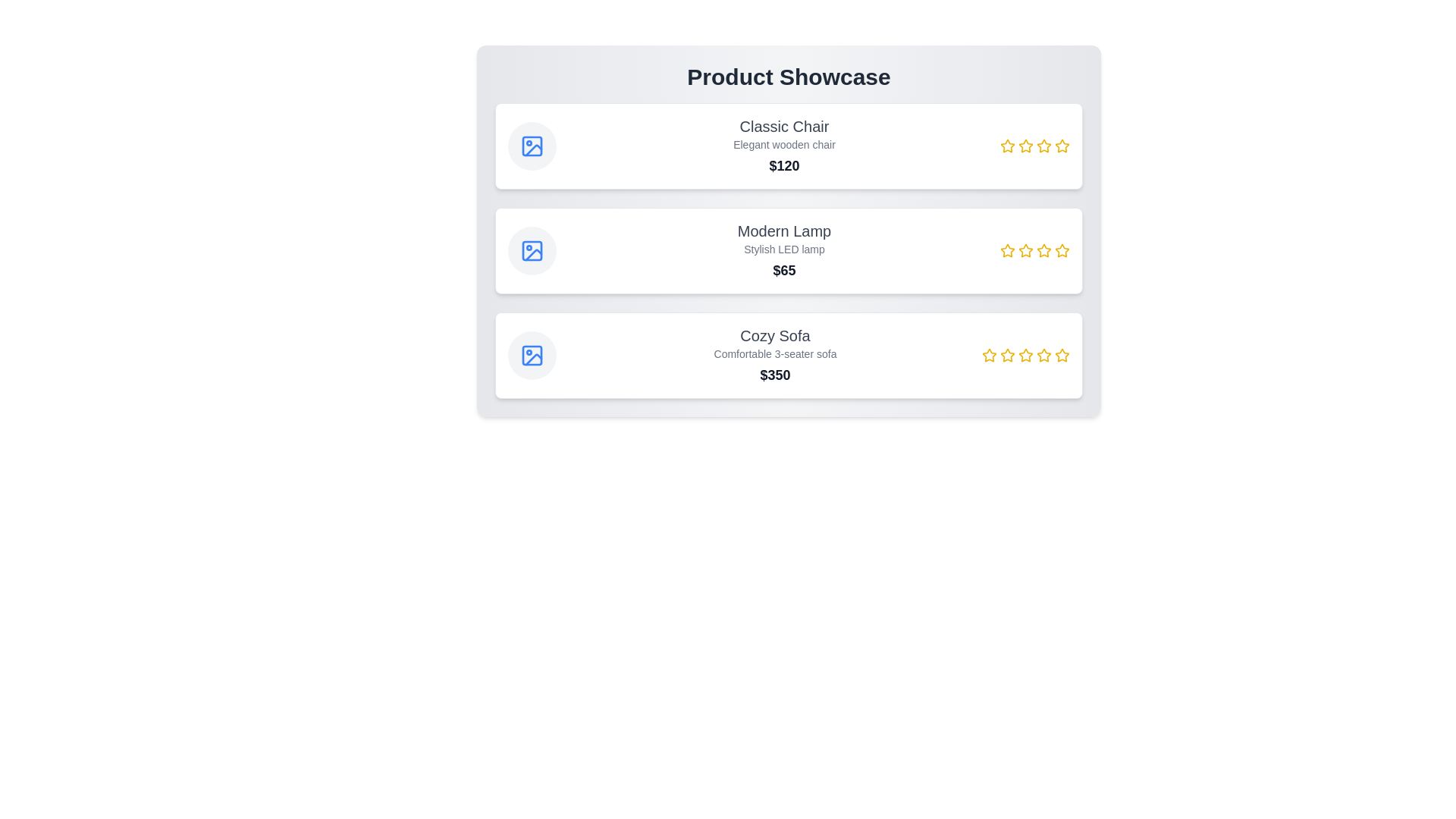  What do you see at coordinates (1043, 146) in the screenshot?
I see `the rating for a product to 3 stars` at bounding box center [1043, 146].